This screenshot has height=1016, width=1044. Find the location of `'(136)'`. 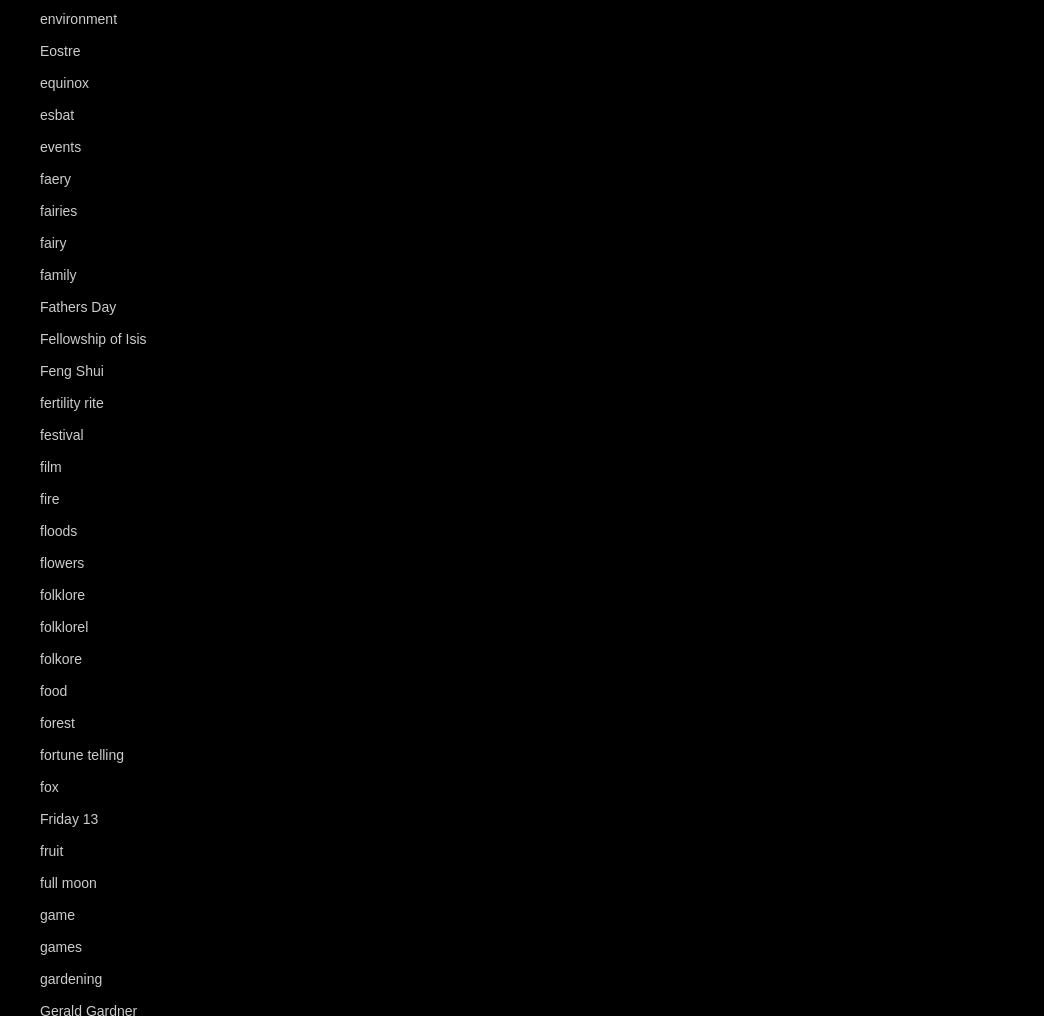

'(136)' is located at coordinates (108, 83).